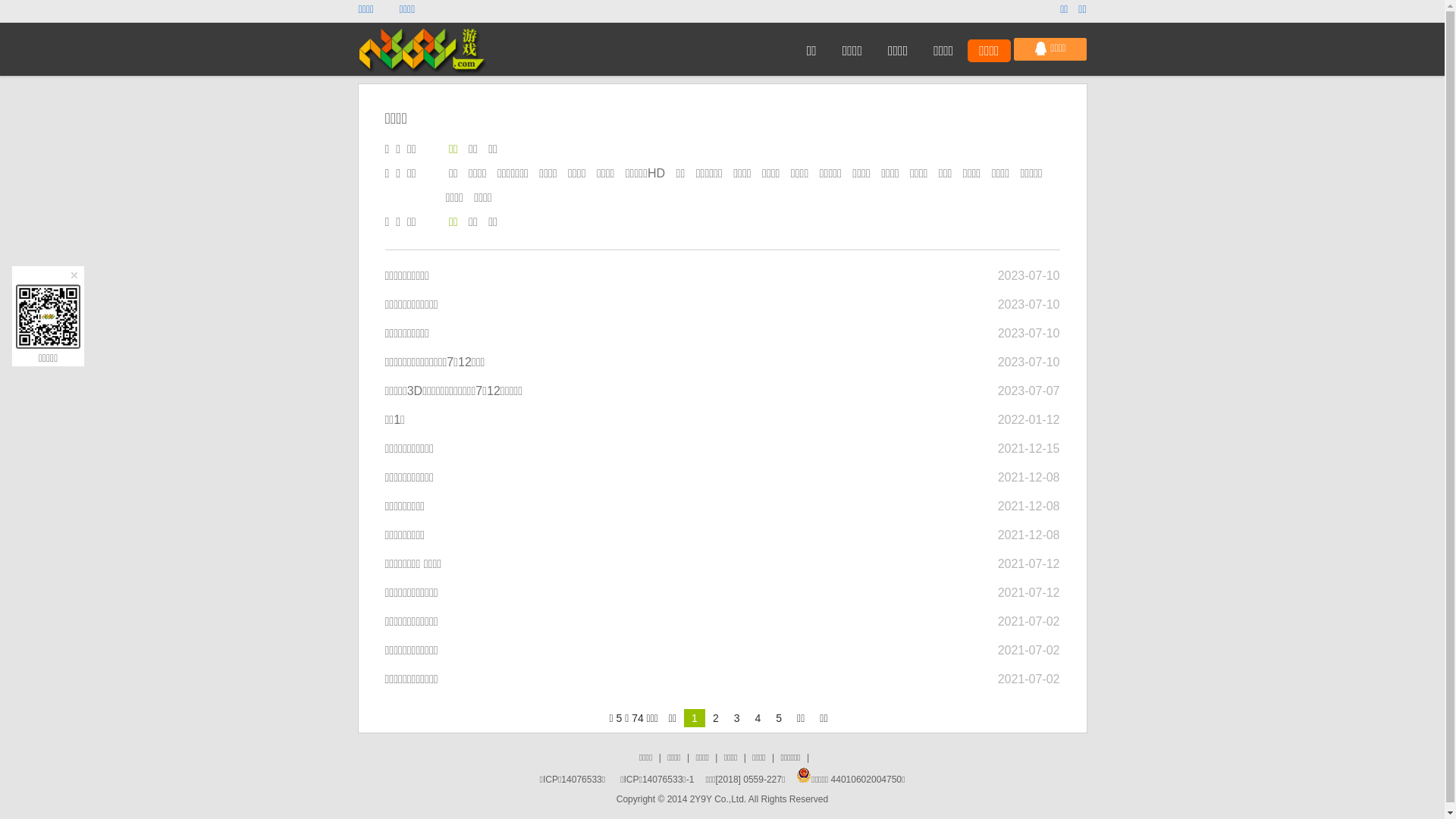  Describe the element at coordinates (779, 717) in the screenshot. I see `'5'` at that location.